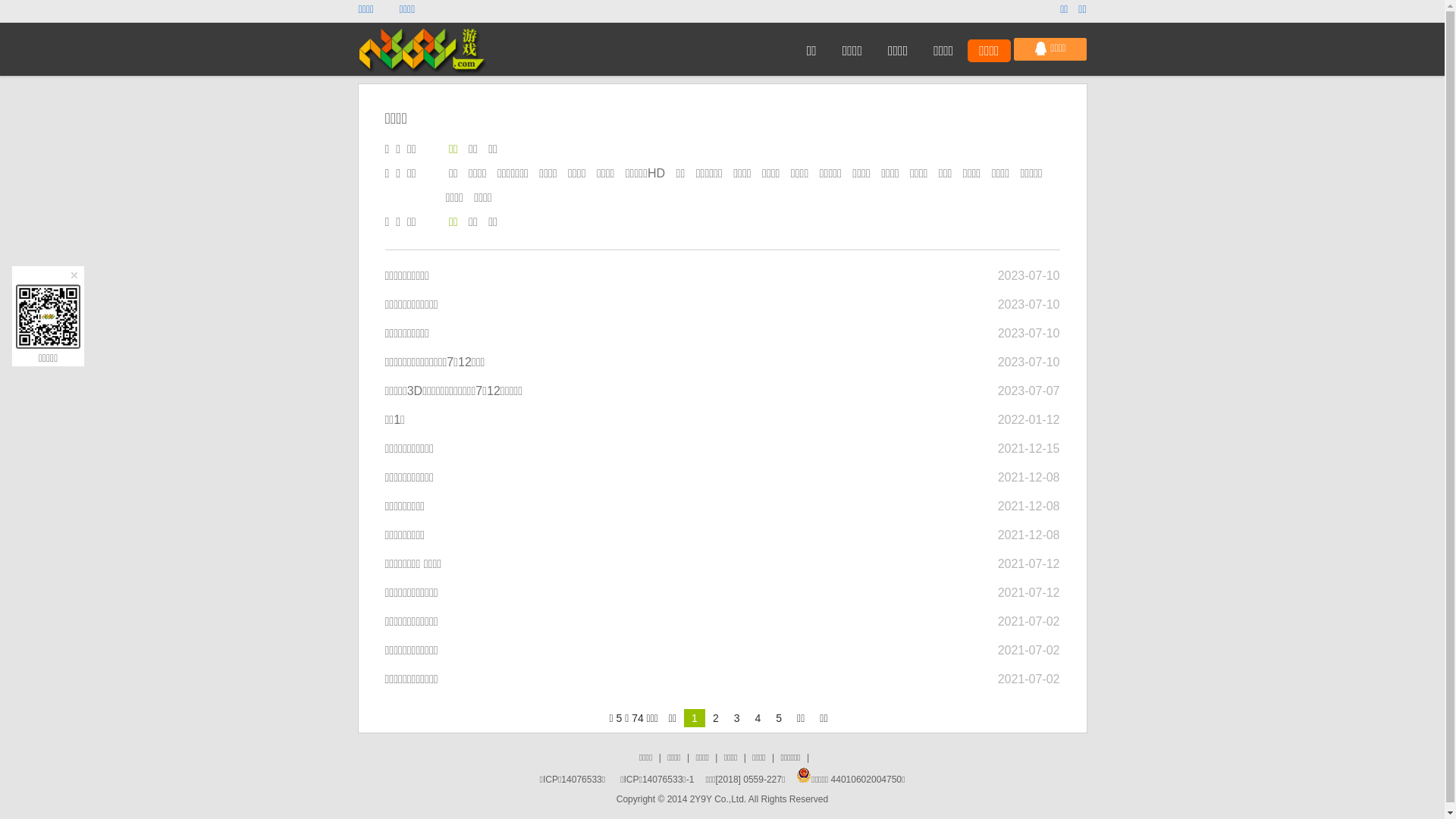  Describe the element at coordinates (779, 717) in the screenshot. I see `'5'` at that location.